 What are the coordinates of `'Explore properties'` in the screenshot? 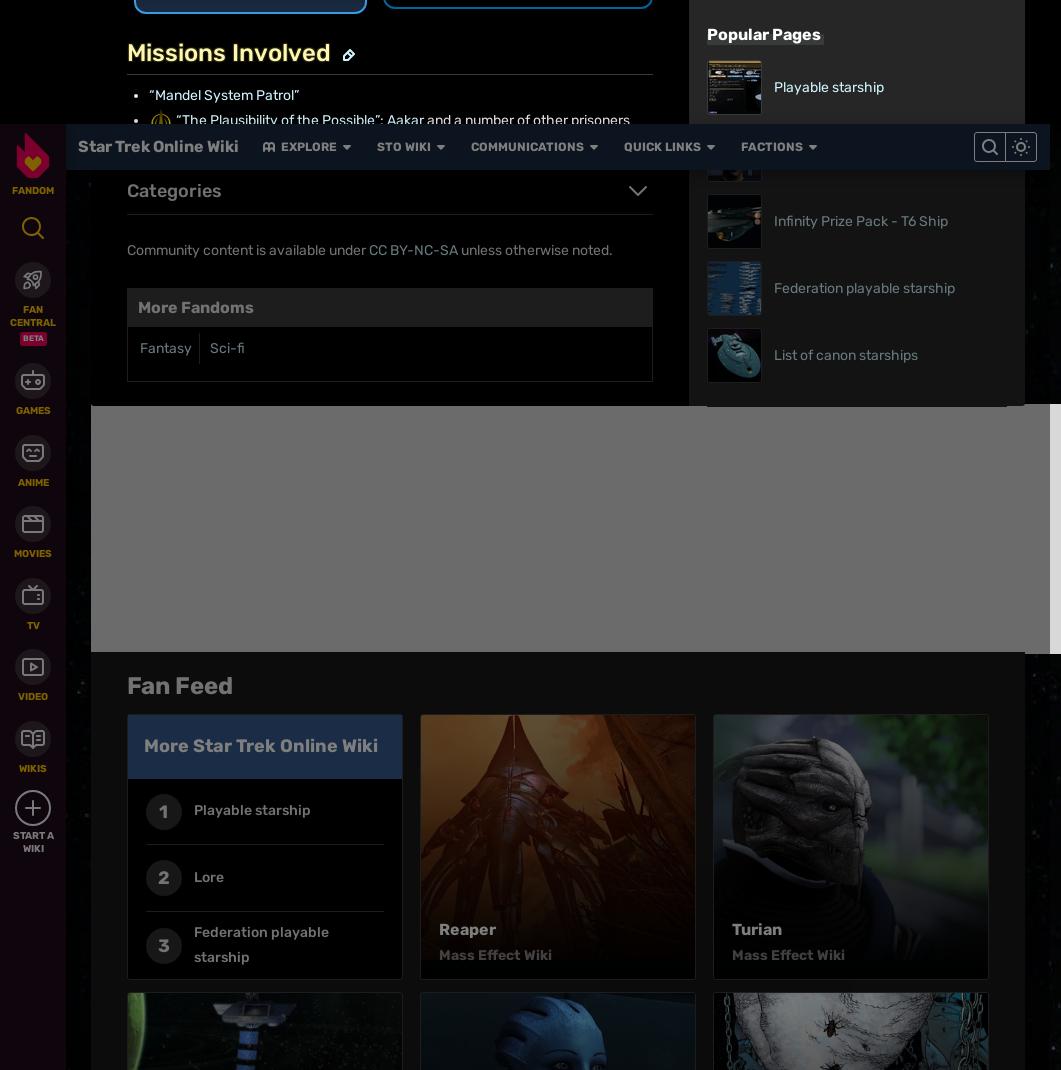 It's located at (153, 588).